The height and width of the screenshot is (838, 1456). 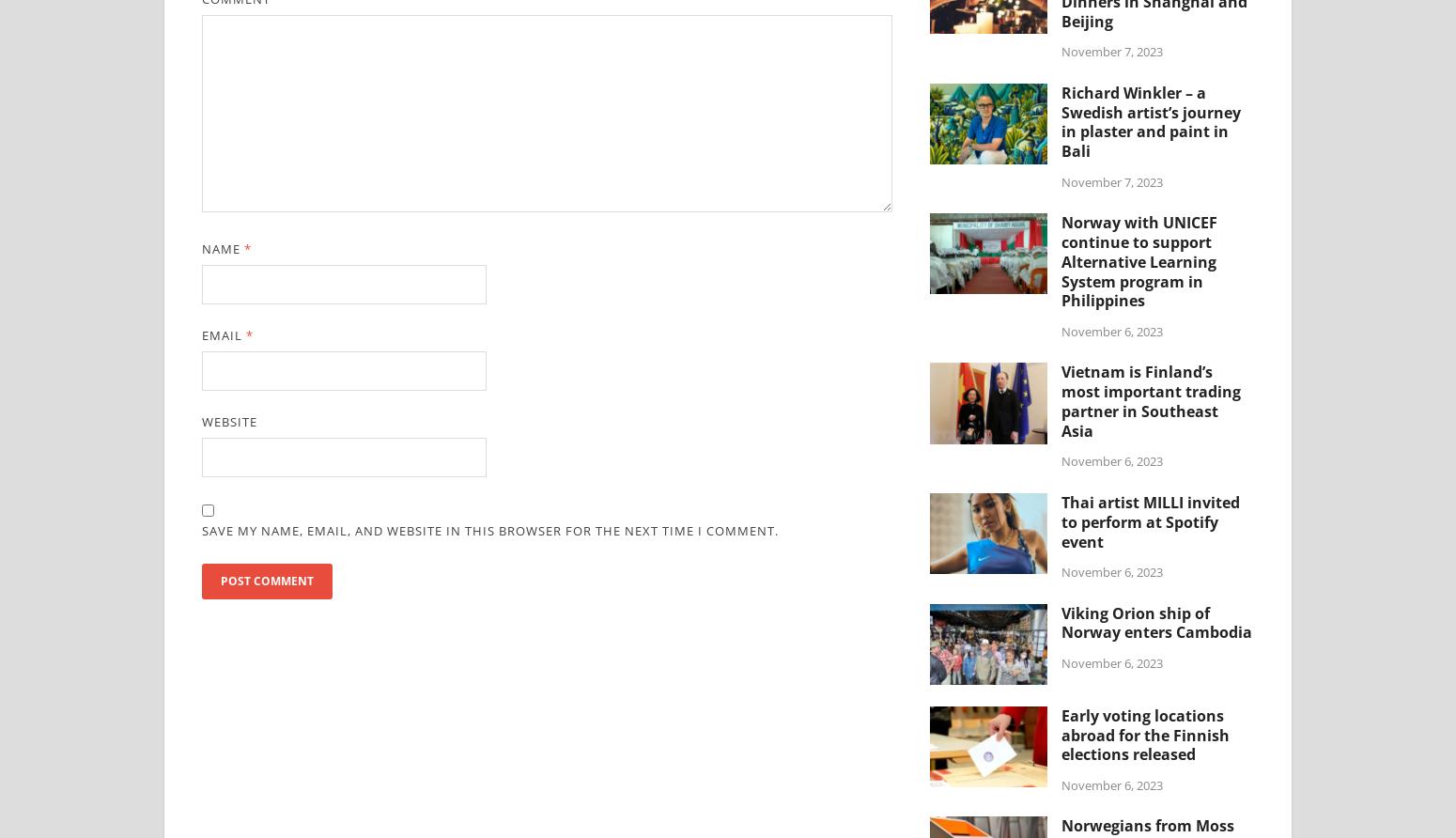 I want to click on 'Name', so click(x=223, y=249).